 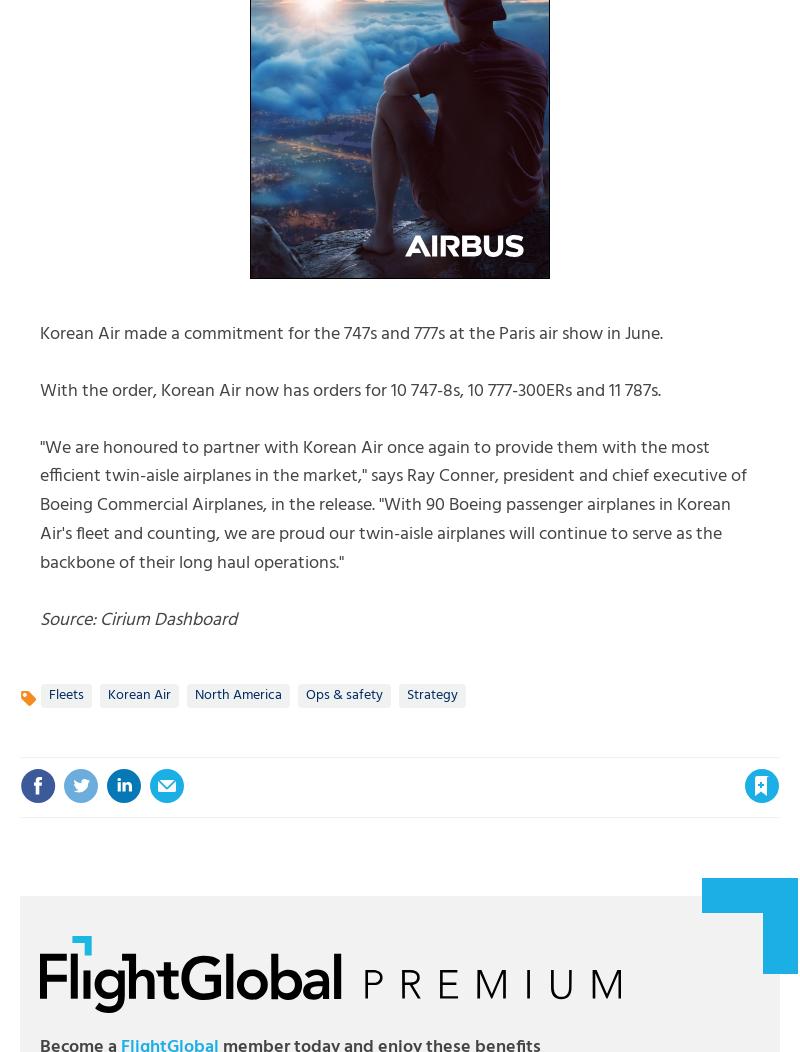 What do you see at coordinates (653, 743) in the screenshot?
I see `'to your account to use this feature'` at bounding box center [653, 743].